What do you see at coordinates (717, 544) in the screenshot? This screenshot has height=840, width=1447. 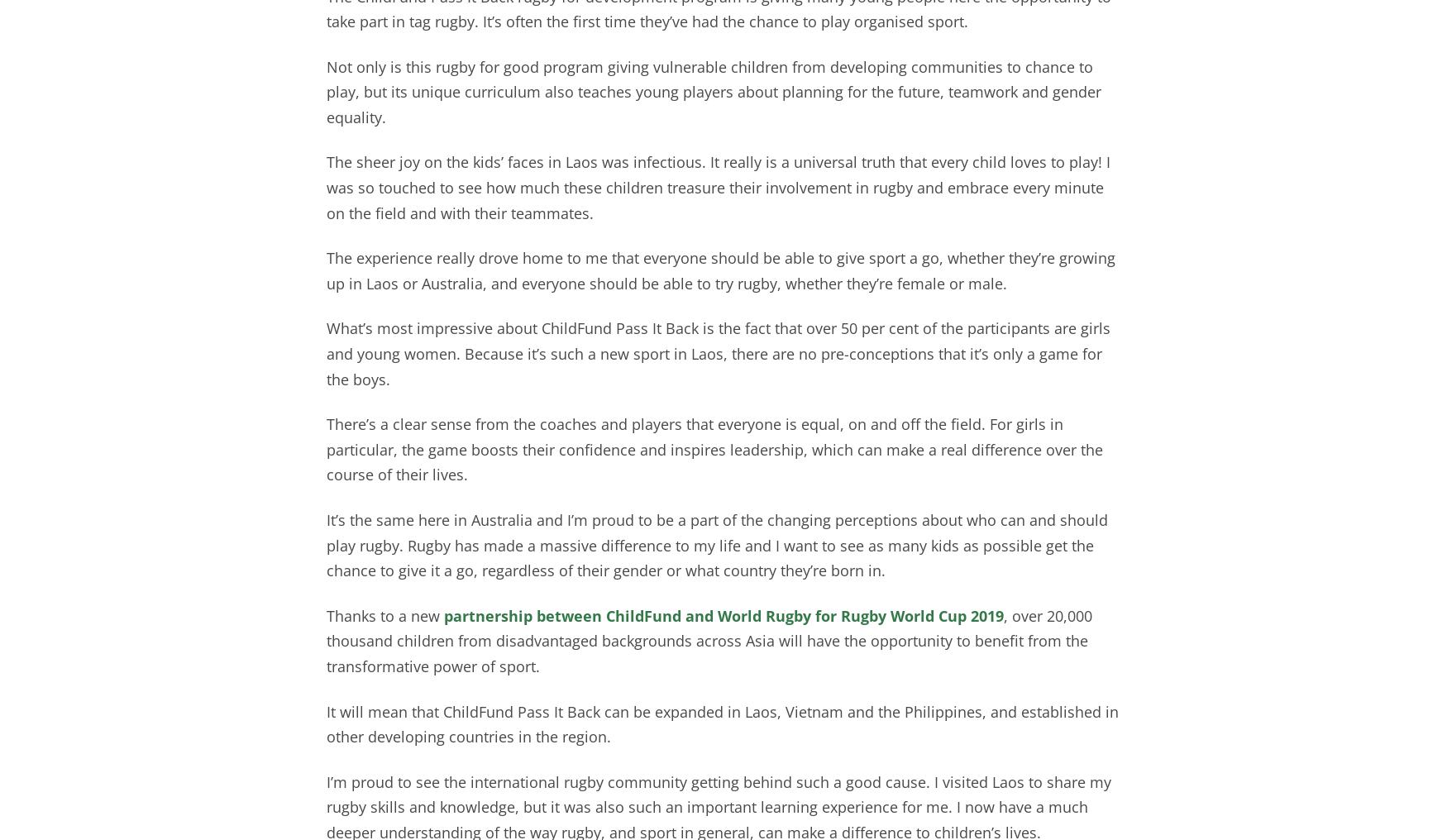 I see `'It’s the same here in Australia and I’m proud to be a part of the changing perceptions about who can and should play rugby. Rugby has made a massive difference to my life and I want to see as many kids as possible get the chance to give it a go, regardless of their gender or what country they’re born in.'` at bounding box center [717, 544].